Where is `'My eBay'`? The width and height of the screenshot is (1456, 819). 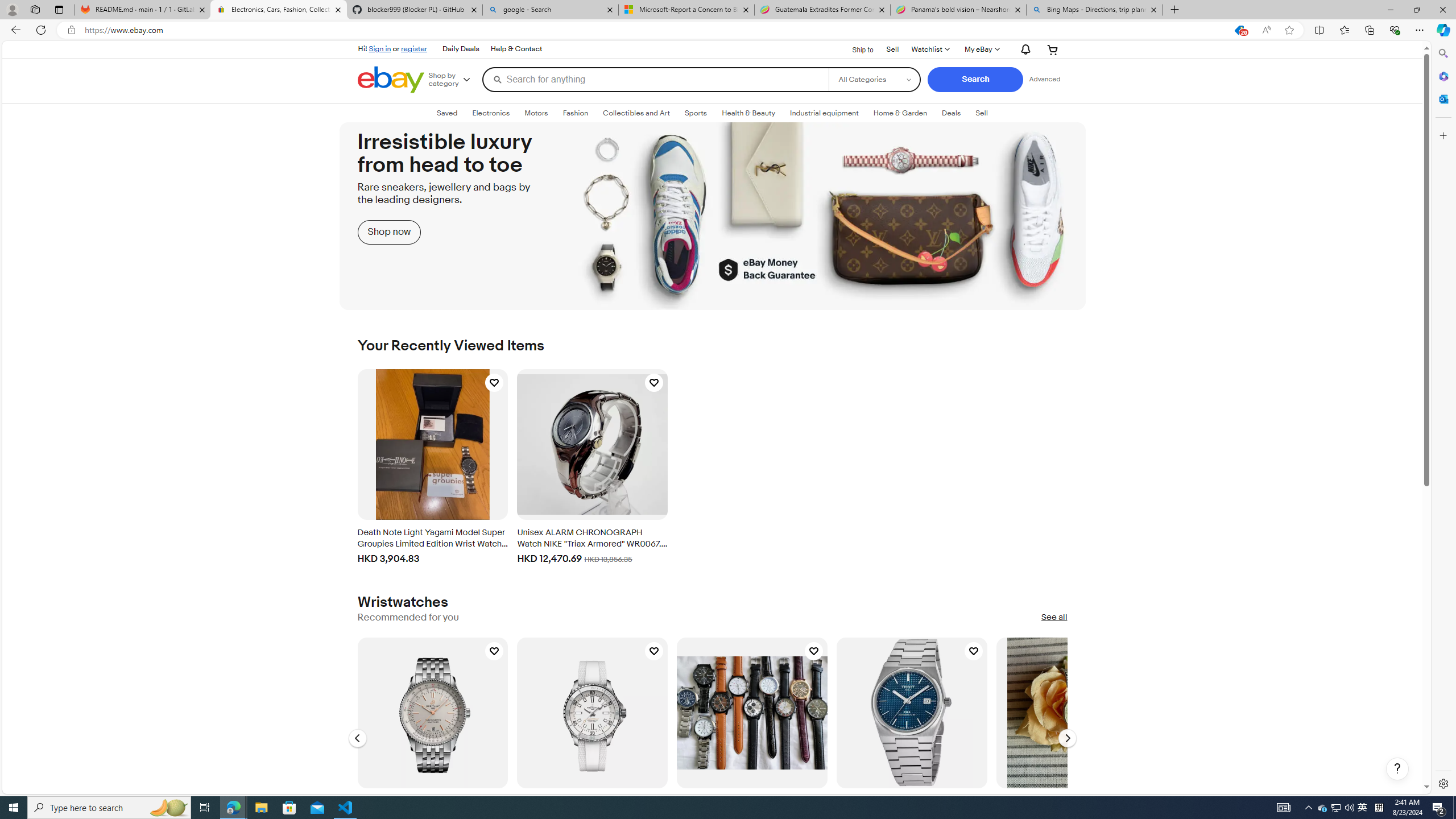
'My eBay' is located at coordinates (981, 49).